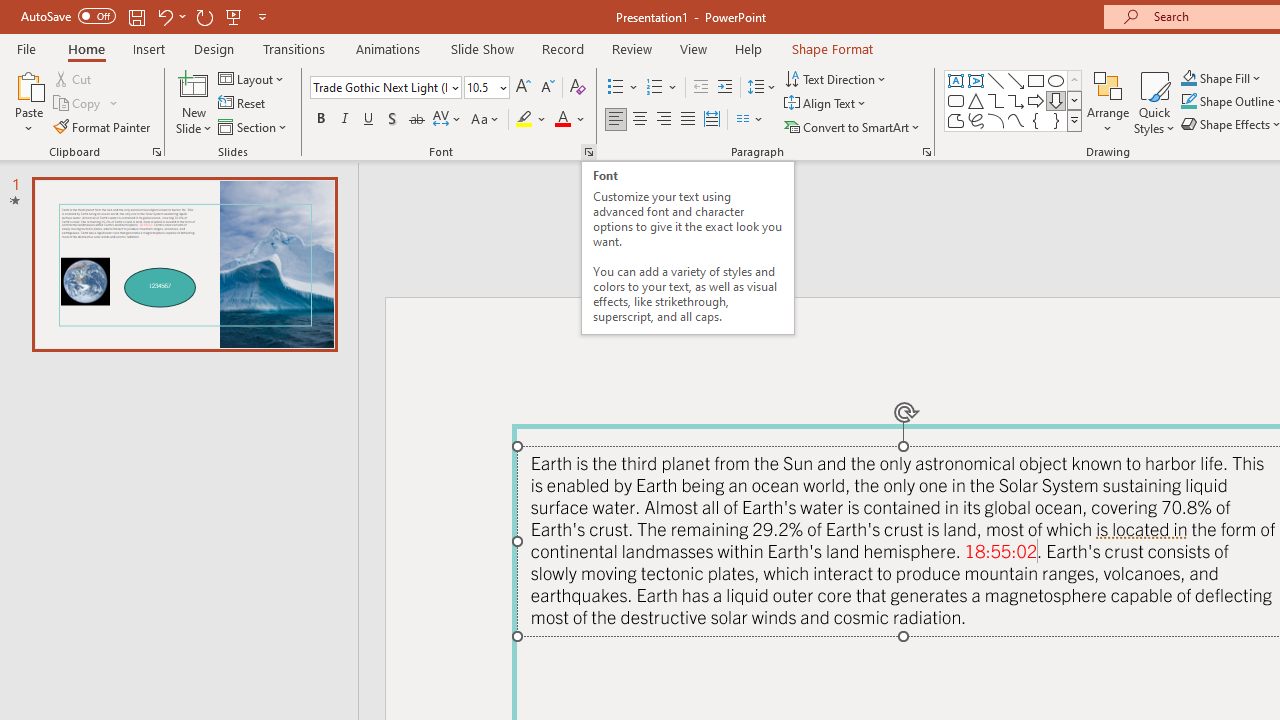  I want to click on 'Shadow', so click(392, 119).